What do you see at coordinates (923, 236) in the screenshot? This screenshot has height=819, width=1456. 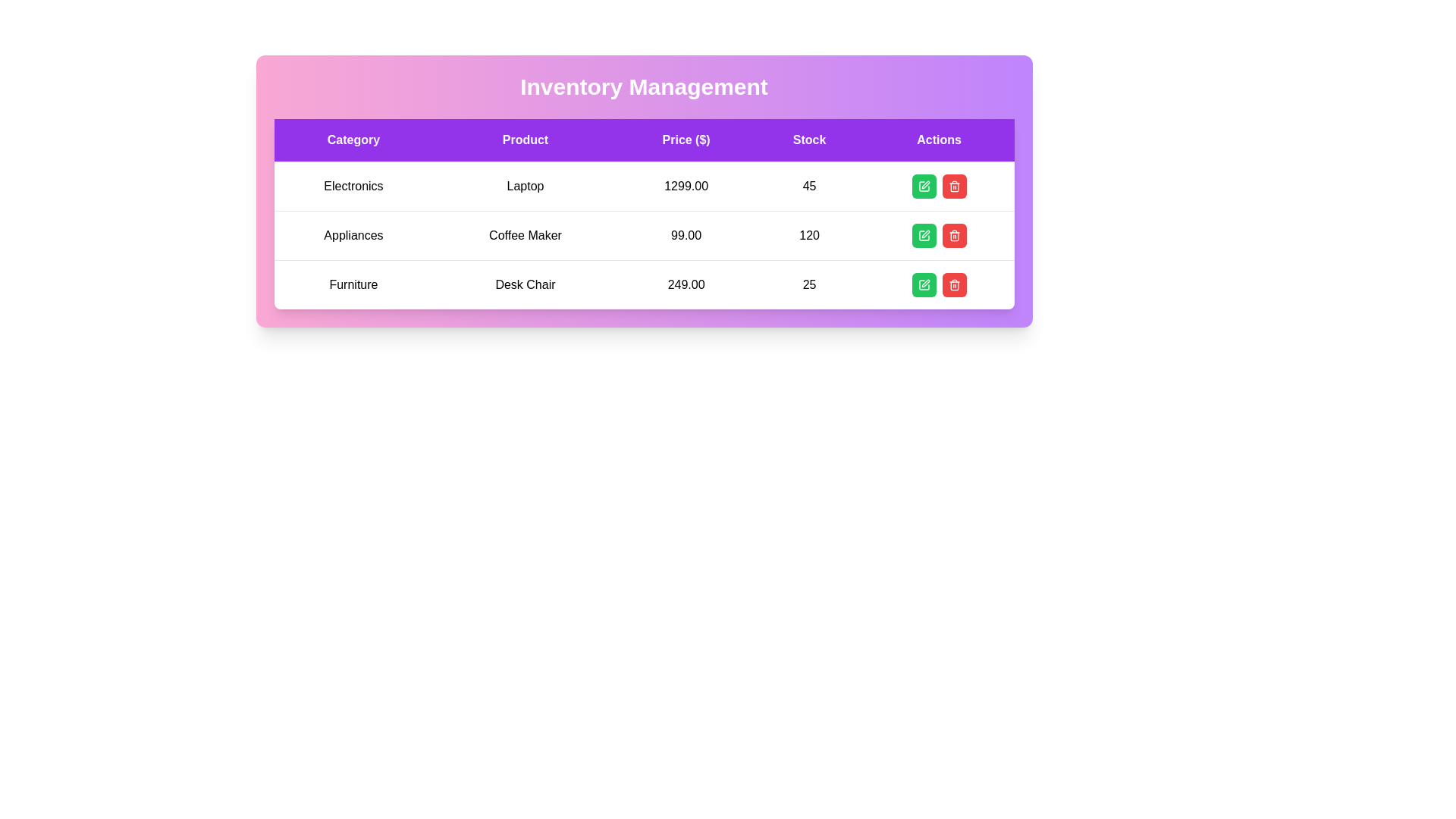 I see `the green button with a white pen icon located in the 'Actions' column of the second row to observe the hover effect` at bounding box center [923, 236].